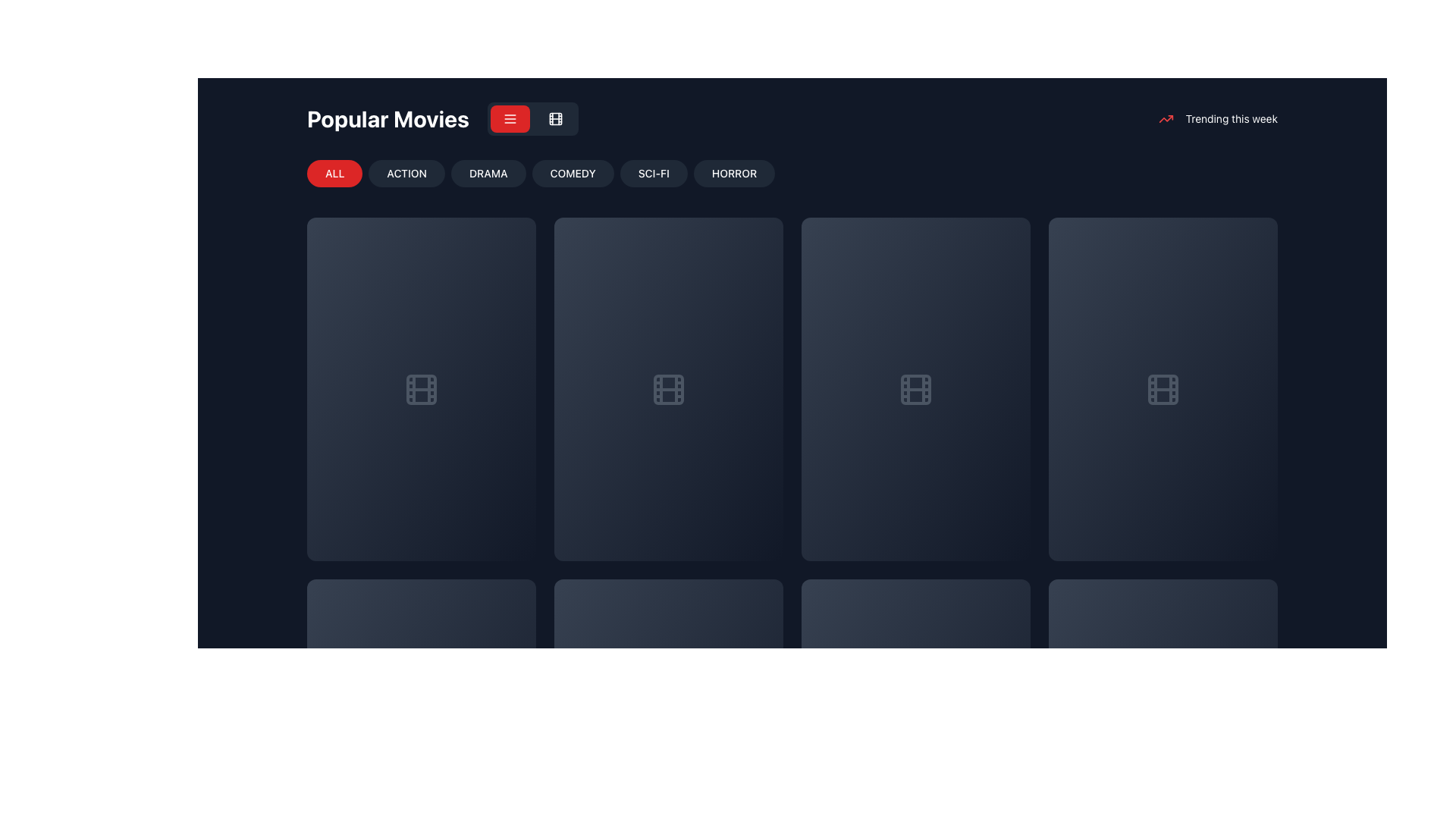 The image size is (1456, 819). Describe the element at coordinates (915, 388) in the screenshot. I see `the visual component represented as an SVG rectangle within the film icon grid tile located in the second row, third column` at that location.